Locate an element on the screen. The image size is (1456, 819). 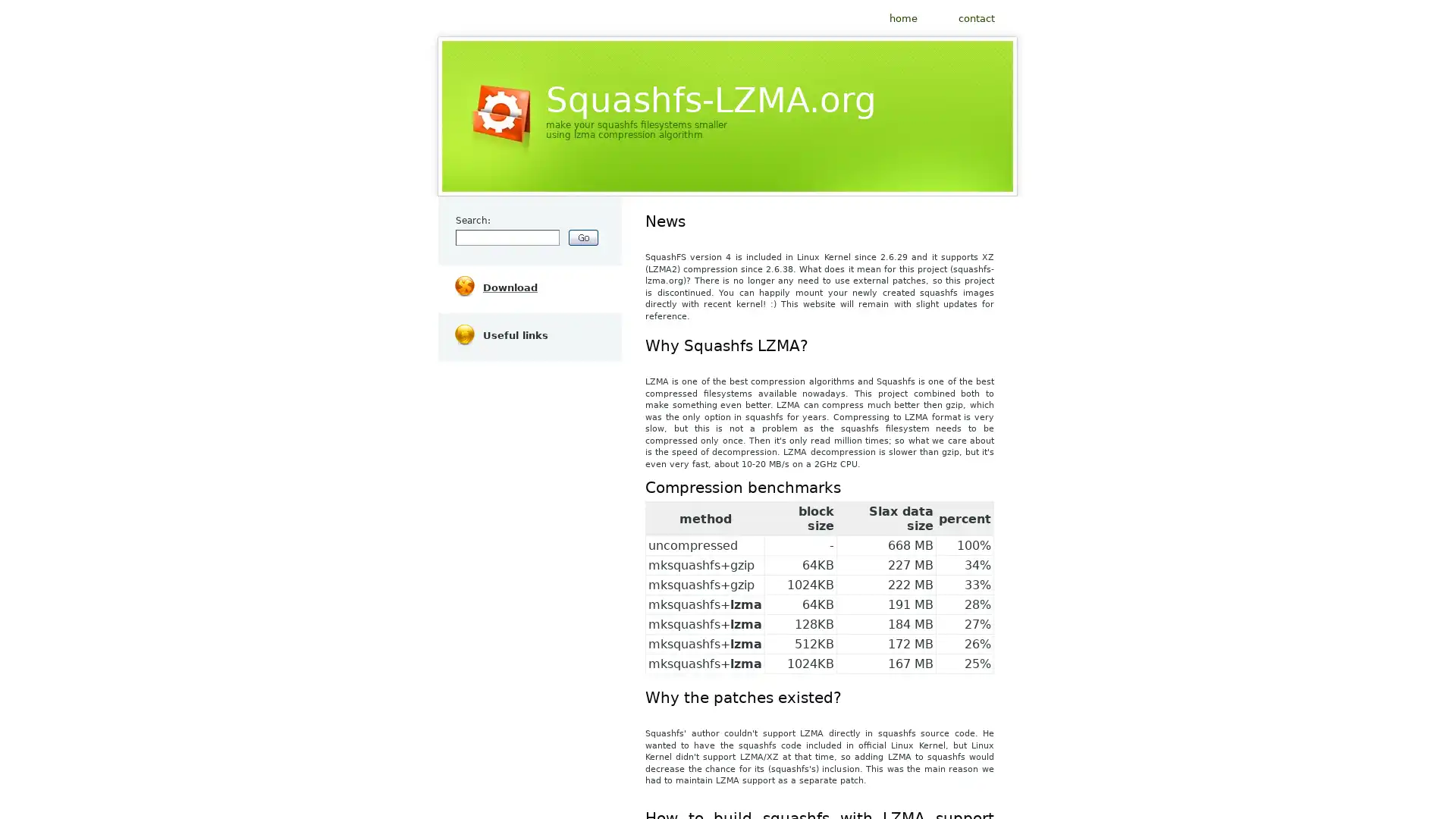
submit is located at coordinates (582, 237).